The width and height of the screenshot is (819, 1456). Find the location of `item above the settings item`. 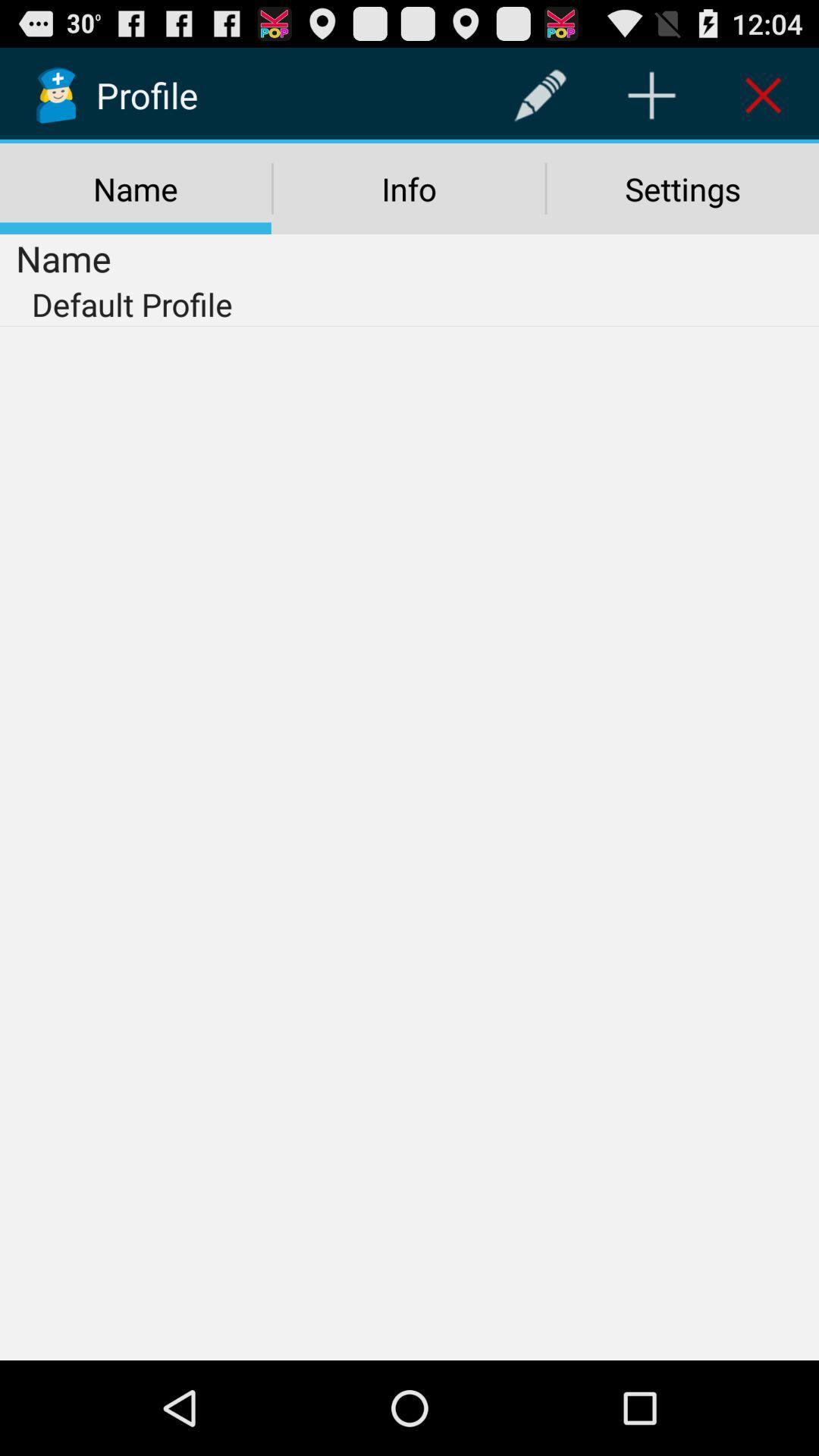

item above the settings item is located at coordinates (763, 94).